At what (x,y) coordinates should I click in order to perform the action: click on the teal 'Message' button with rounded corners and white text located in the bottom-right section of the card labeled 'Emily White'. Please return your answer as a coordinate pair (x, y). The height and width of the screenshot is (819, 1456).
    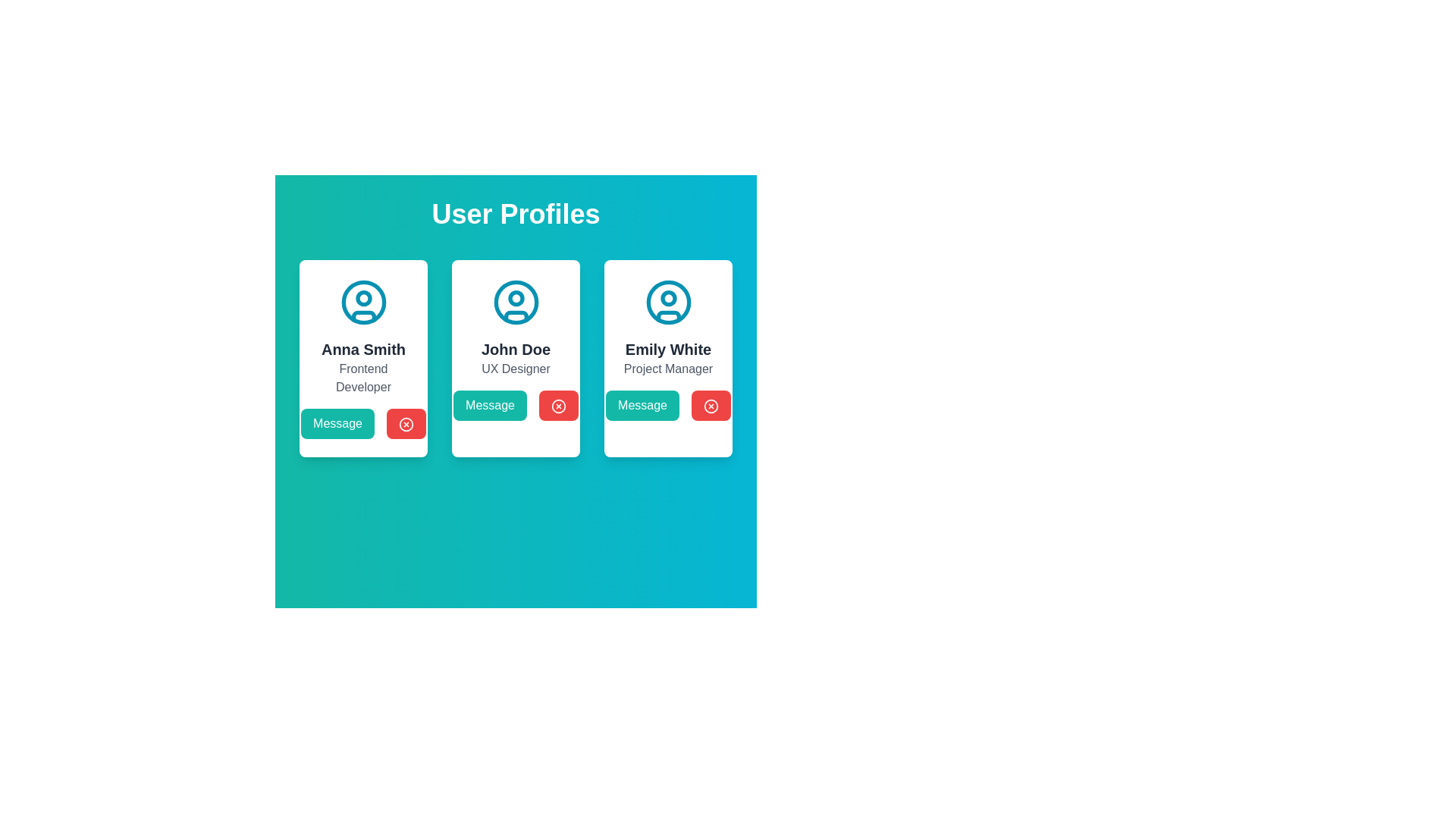
    Looking at the image, I should click on (667, 405).